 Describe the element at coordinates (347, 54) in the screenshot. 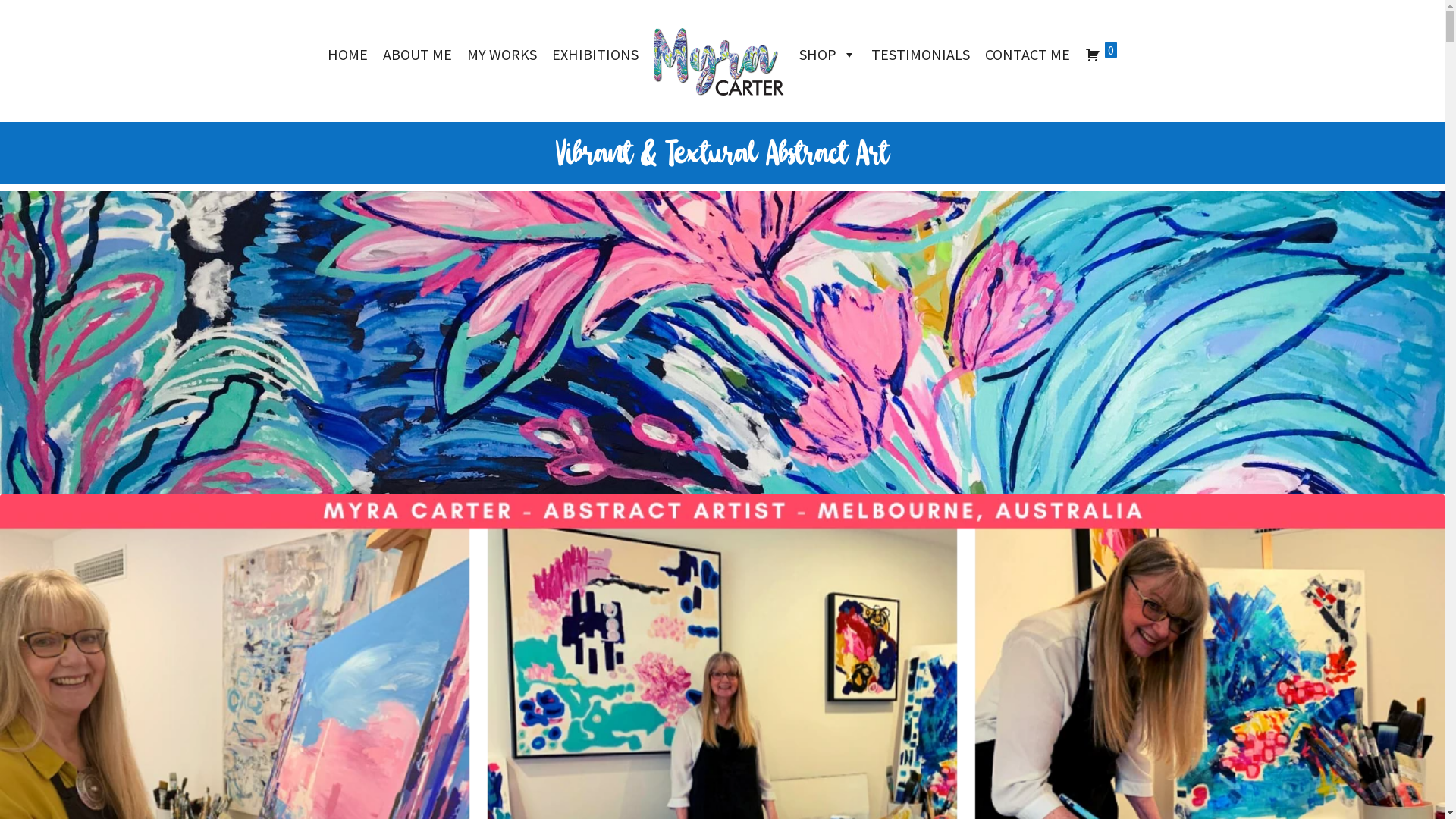

I see `'HOME'` at that location.